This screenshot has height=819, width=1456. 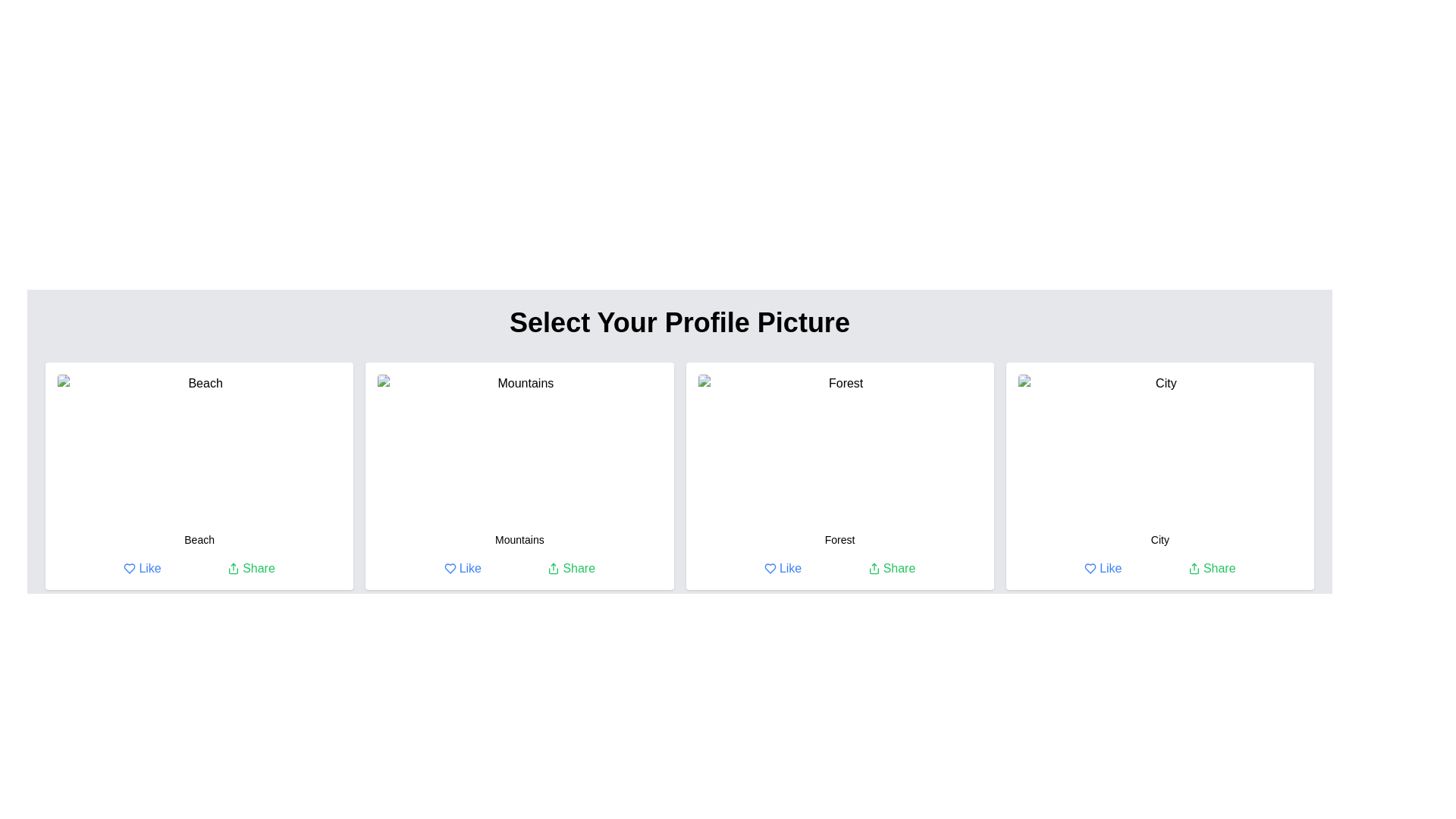 I want to click on the blue 'Like' button with a heart icon located directly under the 'City' title and image, so click(x=1103, y=568).